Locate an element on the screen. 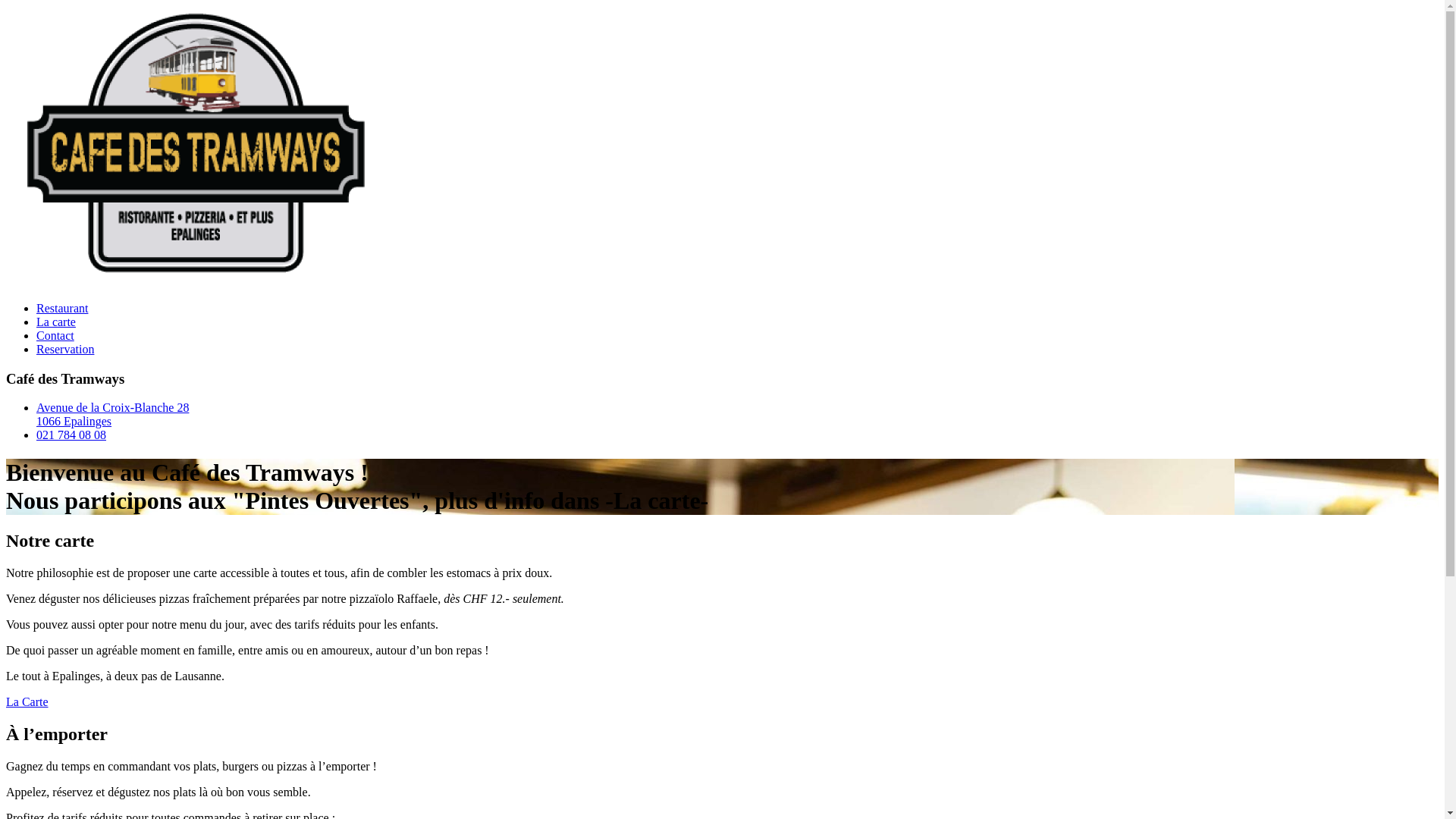 The width and height of the screenshot is (1456, 819). 'Avenue de la Croix-Blanche 28 is located at coordinates (111, 414).